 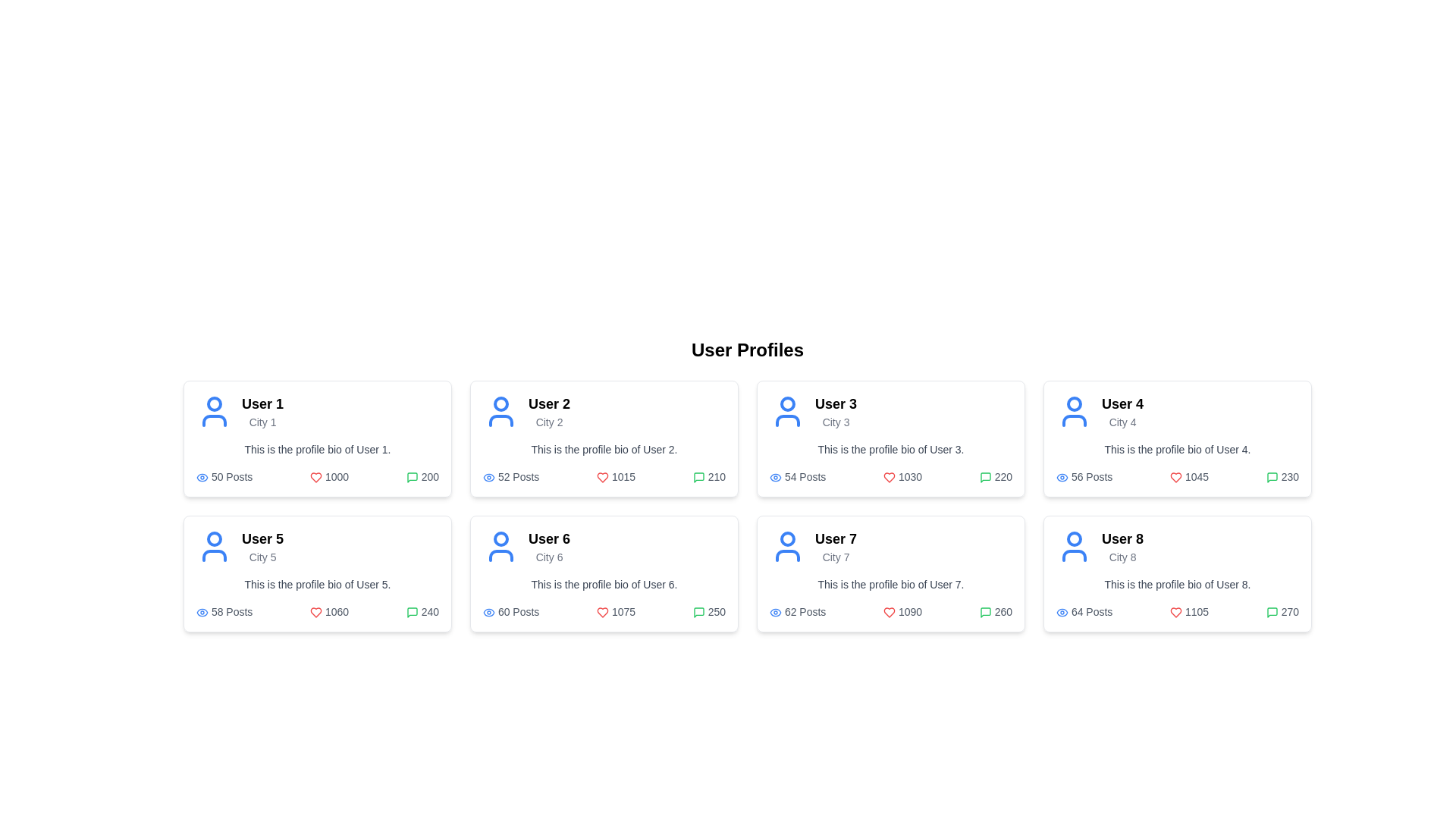 What do you see at coordinates (214, 555) in the screenshot?
I see `the bottom part of the user profile avatar icon for 'User 5' which represents the shoulders or base of the avatar silhouette` at bounding box center [214, 555].